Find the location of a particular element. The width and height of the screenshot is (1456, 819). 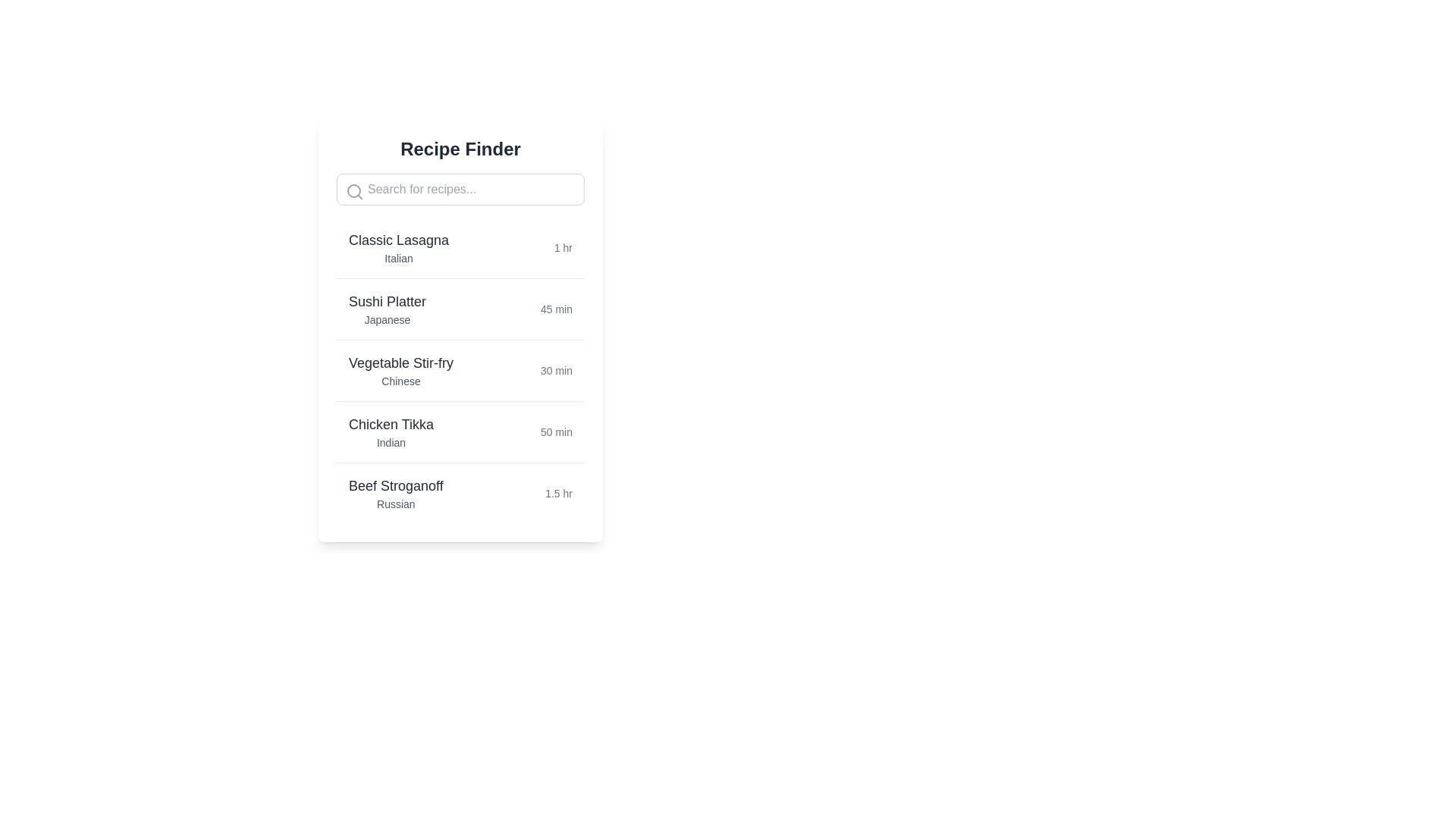

the SVG circle that represents the lens of the search icon, located near the left edge of the search input box, just below the title 'Recipe Finder' is located at coordinates (353, 190).